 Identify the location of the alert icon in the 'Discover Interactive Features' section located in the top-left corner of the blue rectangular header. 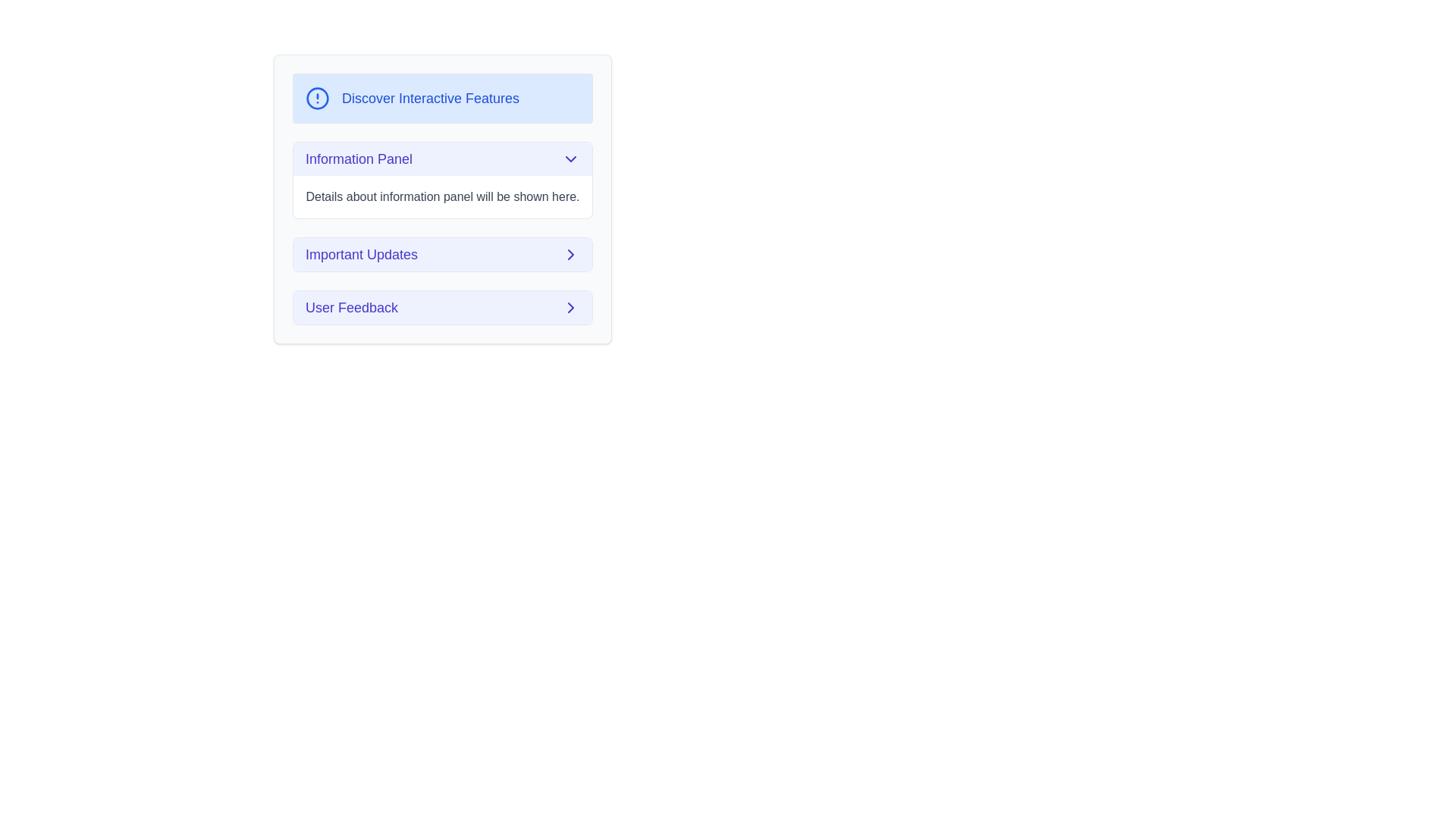
(316, 99).